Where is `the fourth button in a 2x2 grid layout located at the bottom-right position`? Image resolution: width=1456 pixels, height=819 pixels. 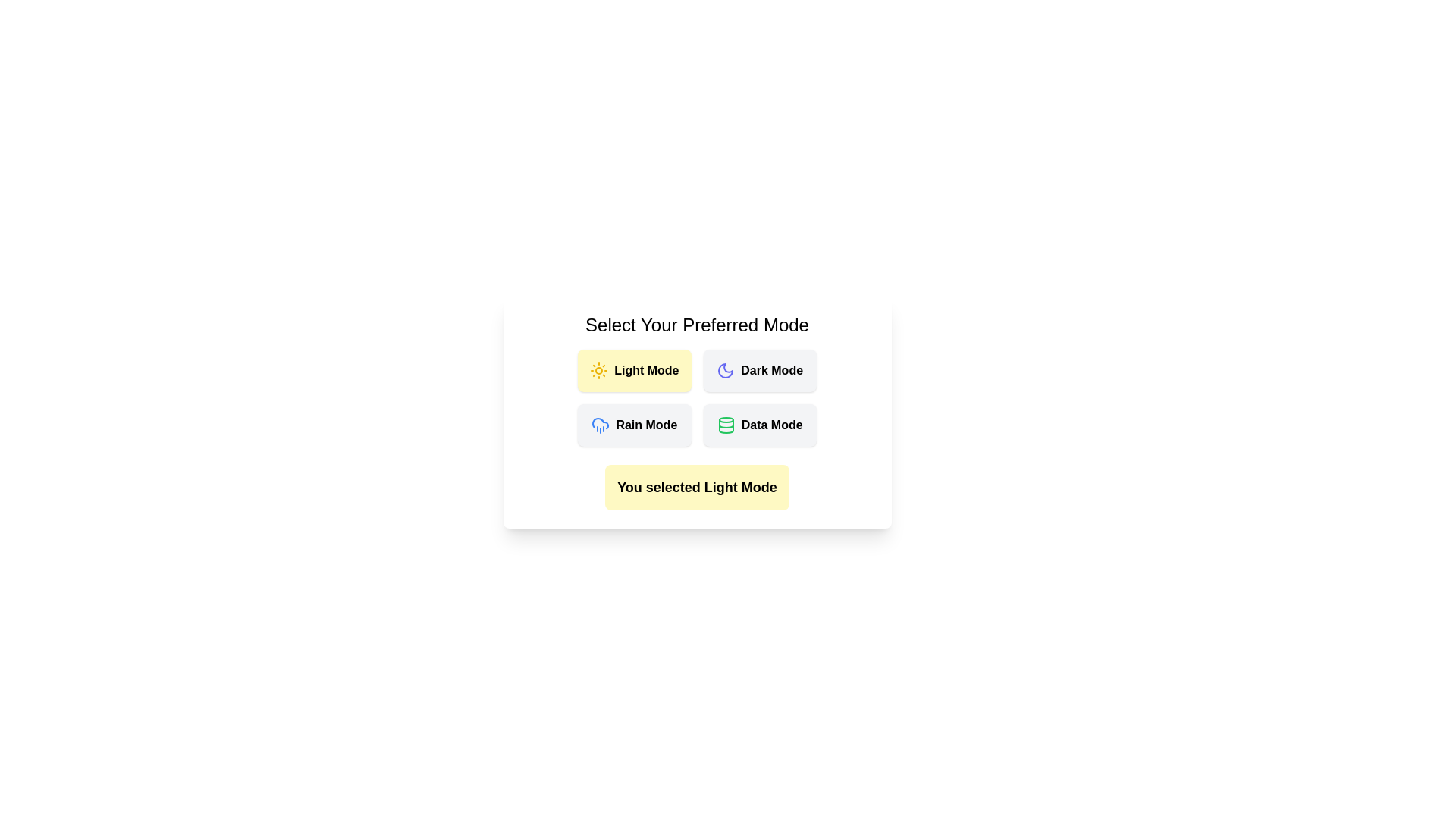 the fourth button in a 2x2 grid layout located at the bottom-right position is located at coordinates (760, 425).